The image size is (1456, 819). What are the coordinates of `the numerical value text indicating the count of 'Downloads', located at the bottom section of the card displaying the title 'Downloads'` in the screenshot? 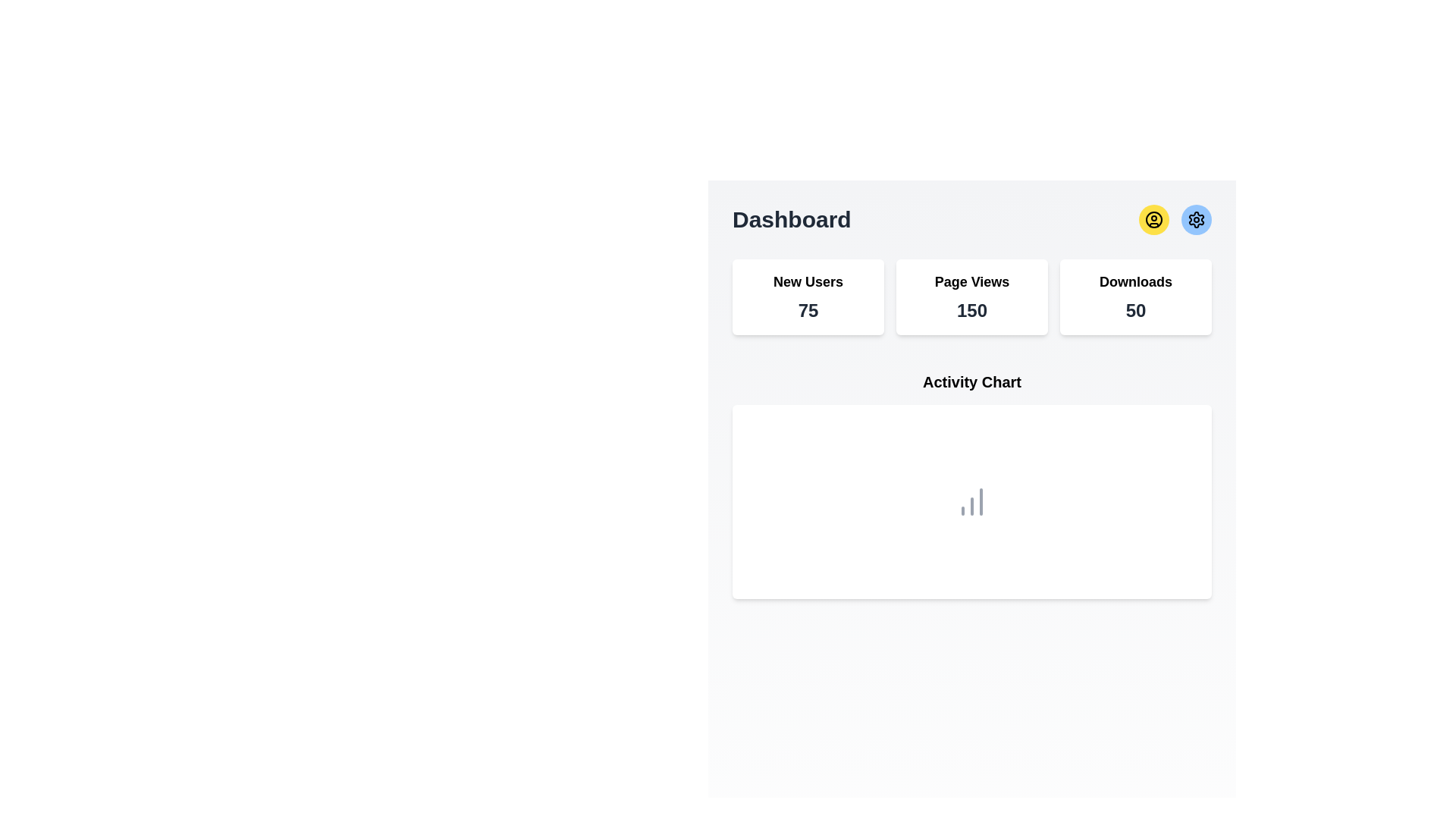 It's located at (1135, 309).